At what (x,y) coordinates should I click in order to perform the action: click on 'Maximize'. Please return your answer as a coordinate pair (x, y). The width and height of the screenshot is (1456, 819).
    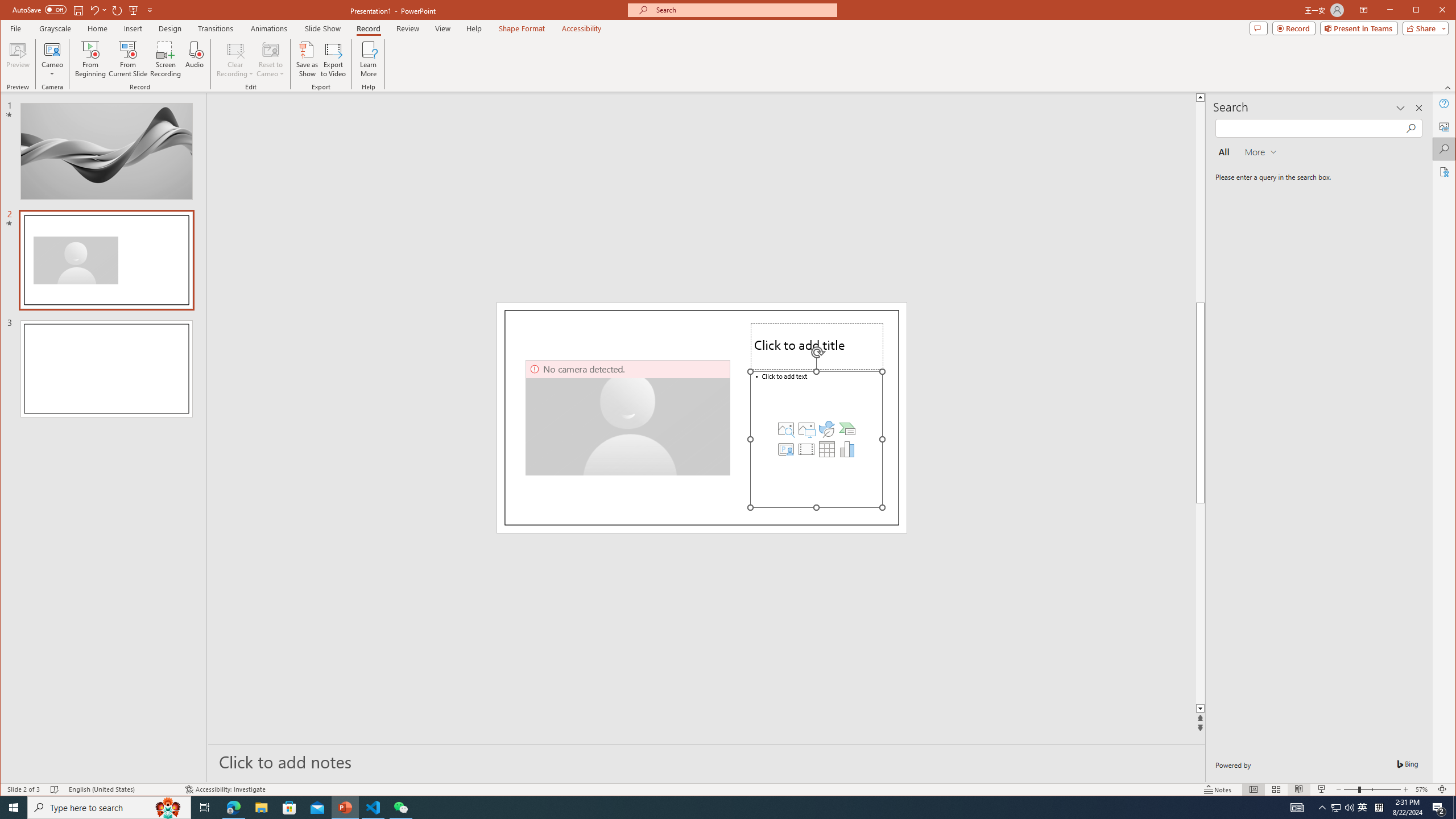
    Looking at the image, I should click on (1433, 11).